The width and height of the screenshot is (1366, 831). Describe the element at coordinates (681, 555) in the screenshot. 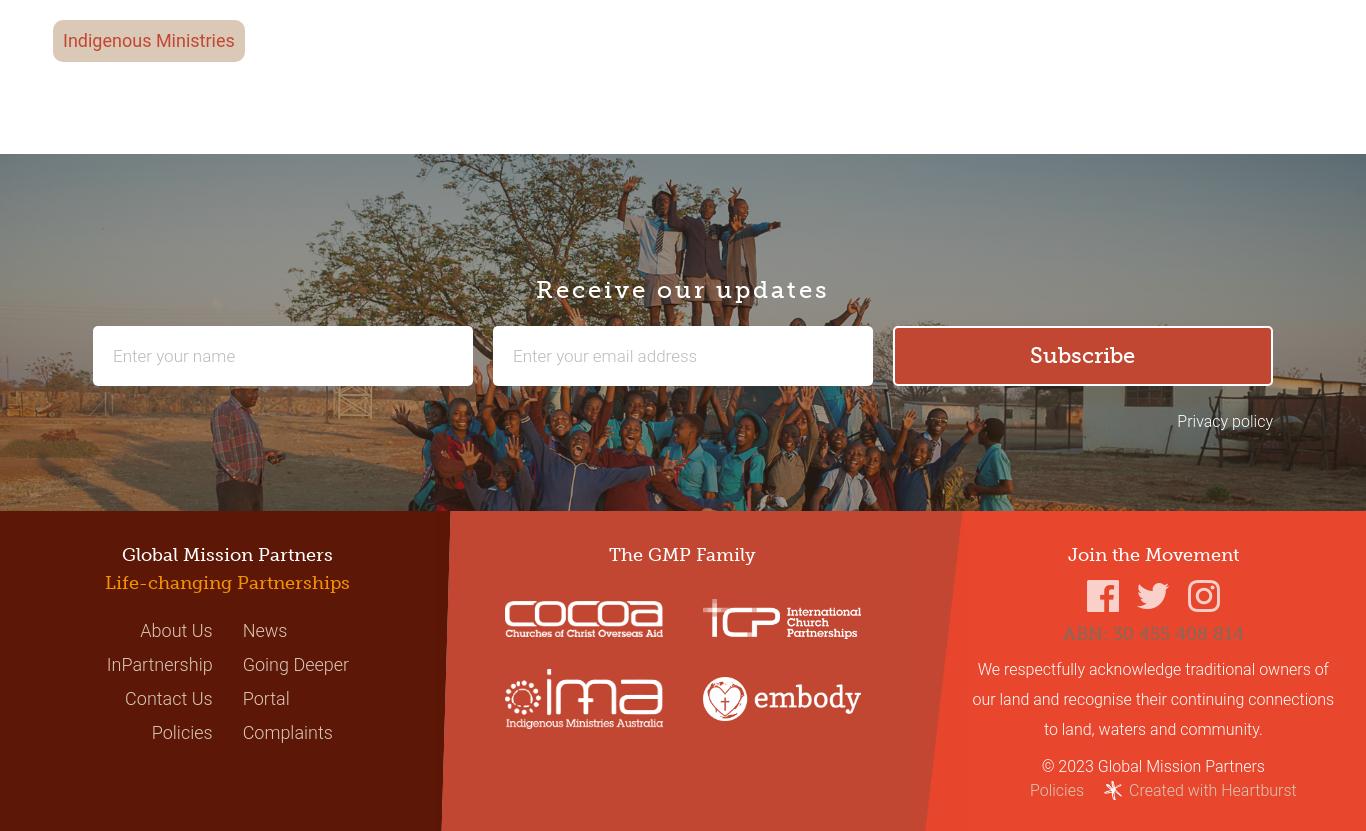

I see `'The GMP Family'` at that location.